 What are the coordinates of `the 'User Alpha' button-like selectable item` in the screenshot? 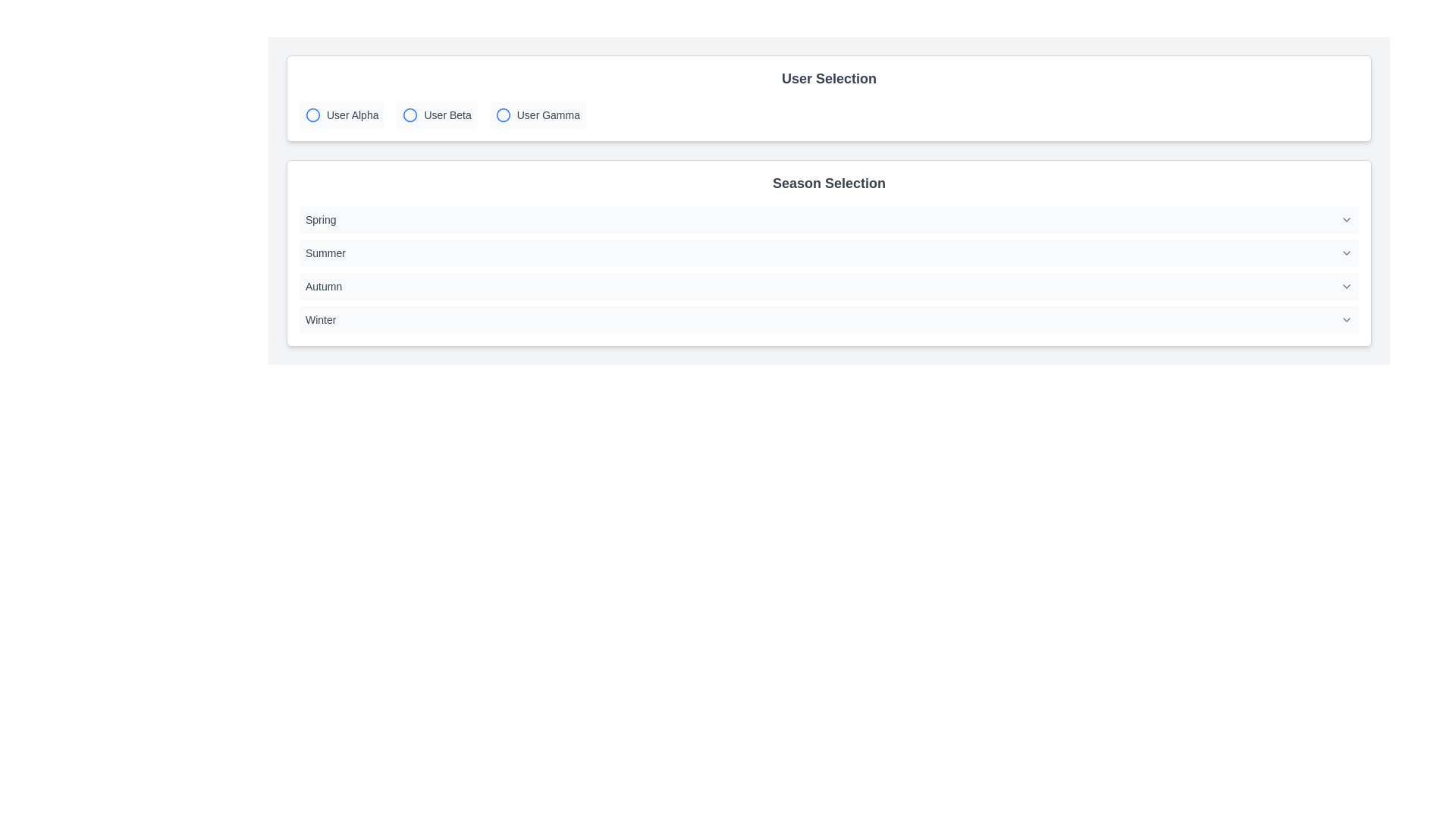 It's located at (341, 114).